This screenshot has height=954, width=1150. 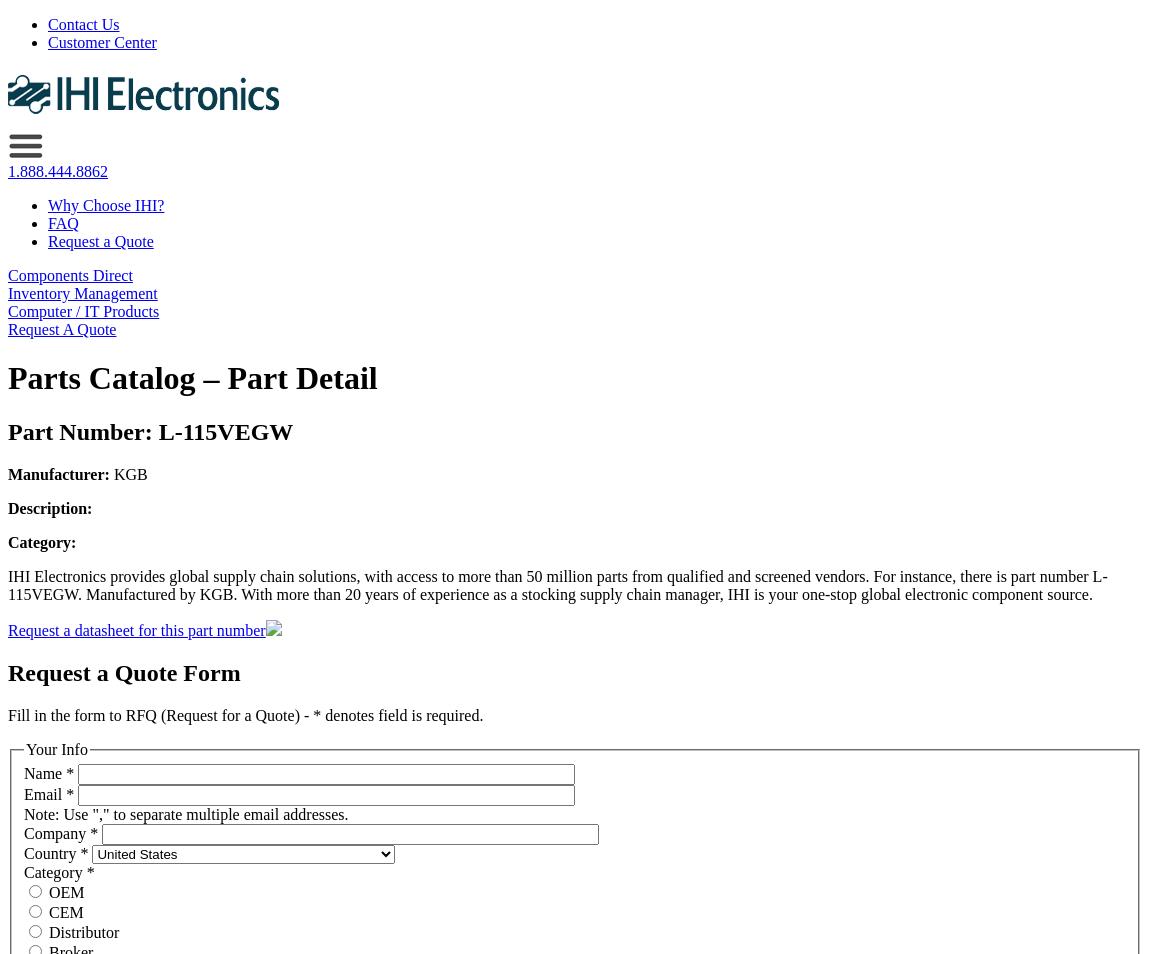 What do you see at coordinates (69, 275) in the screenshot?
I see `'Components Direct'` at bounding box center [69, 275].